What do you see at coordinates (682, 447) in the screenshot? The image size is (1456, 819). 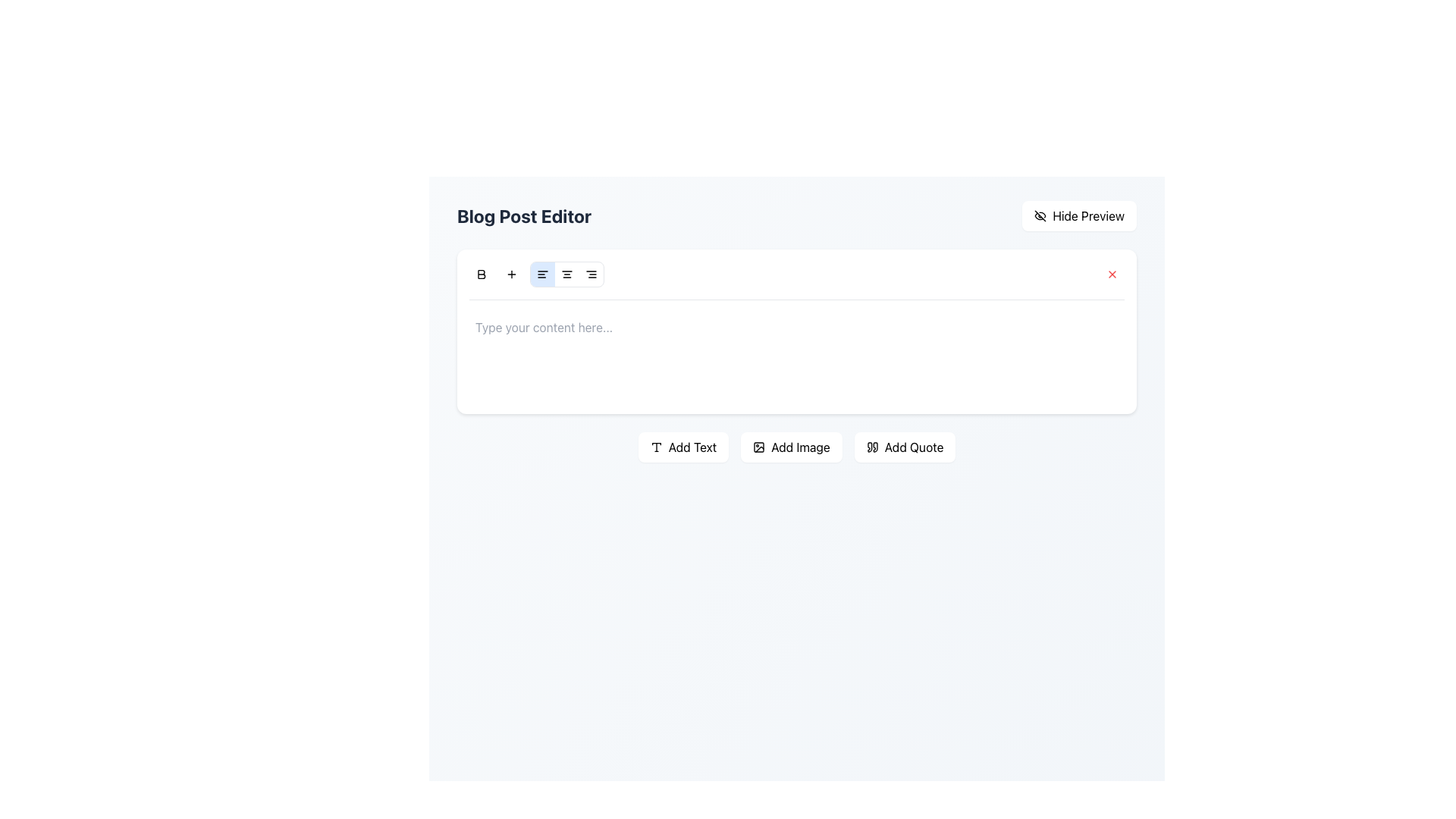 I see `the 'Add Text' button` at bounding box center [682, 447].